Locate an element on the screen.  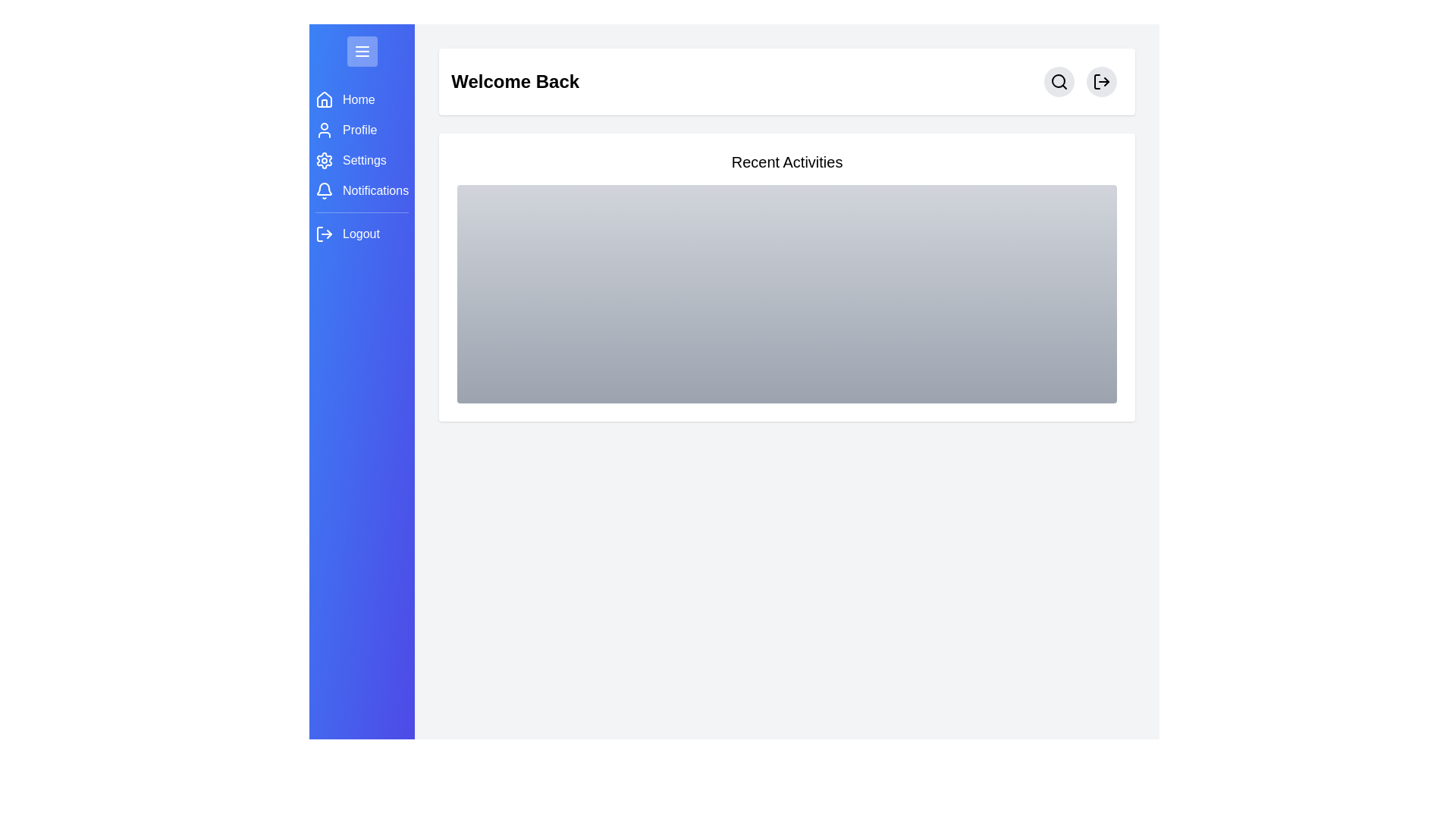
the 'Home' navigation menu item located at the top of the vertical list on the left-hand side of the interface is located at coordinates (361, 99).